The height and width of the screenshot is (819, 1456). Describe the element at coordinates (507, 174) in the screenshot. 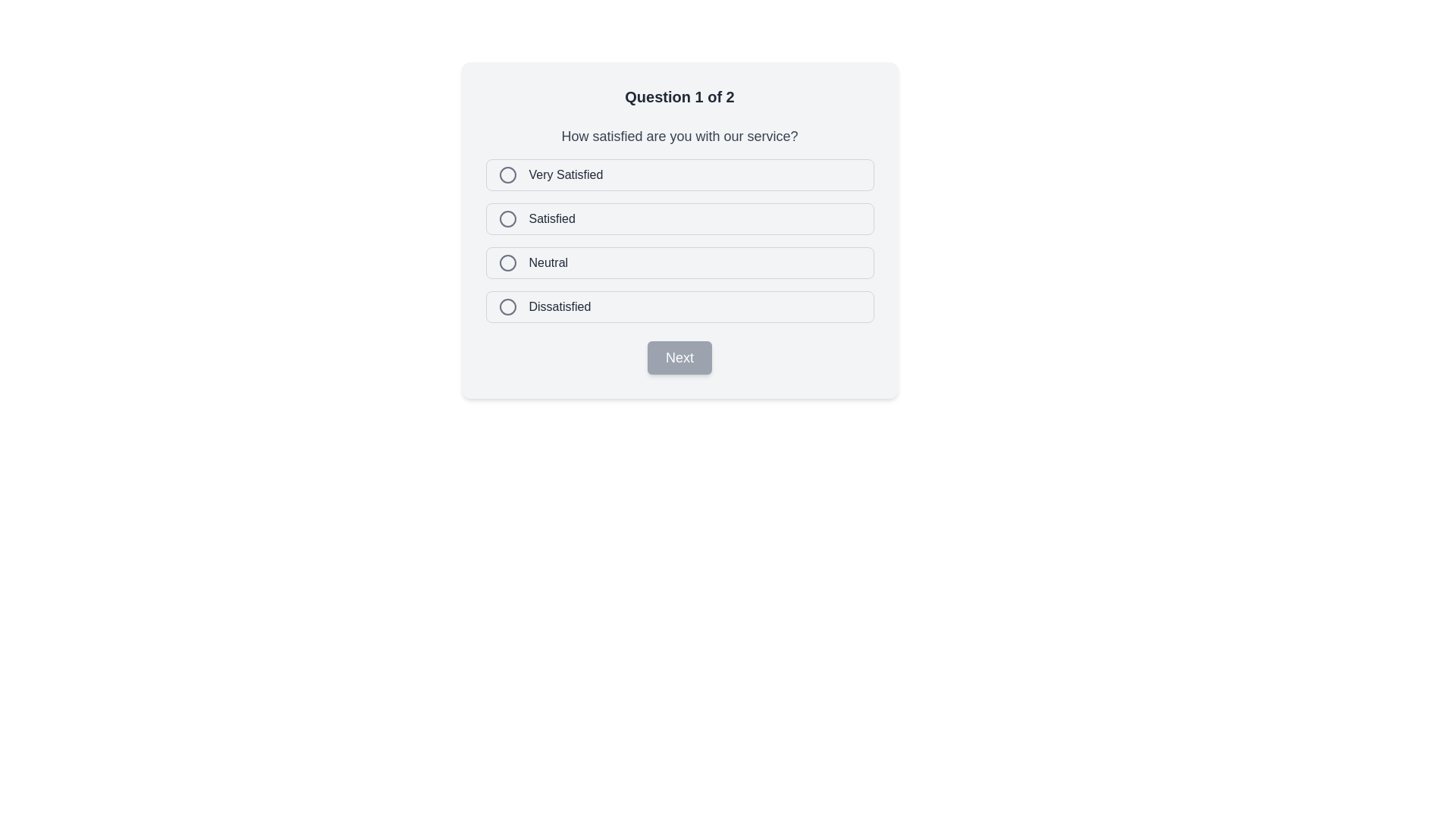

I see `the first radio button labeled 'Very Satisfied'` at that location.